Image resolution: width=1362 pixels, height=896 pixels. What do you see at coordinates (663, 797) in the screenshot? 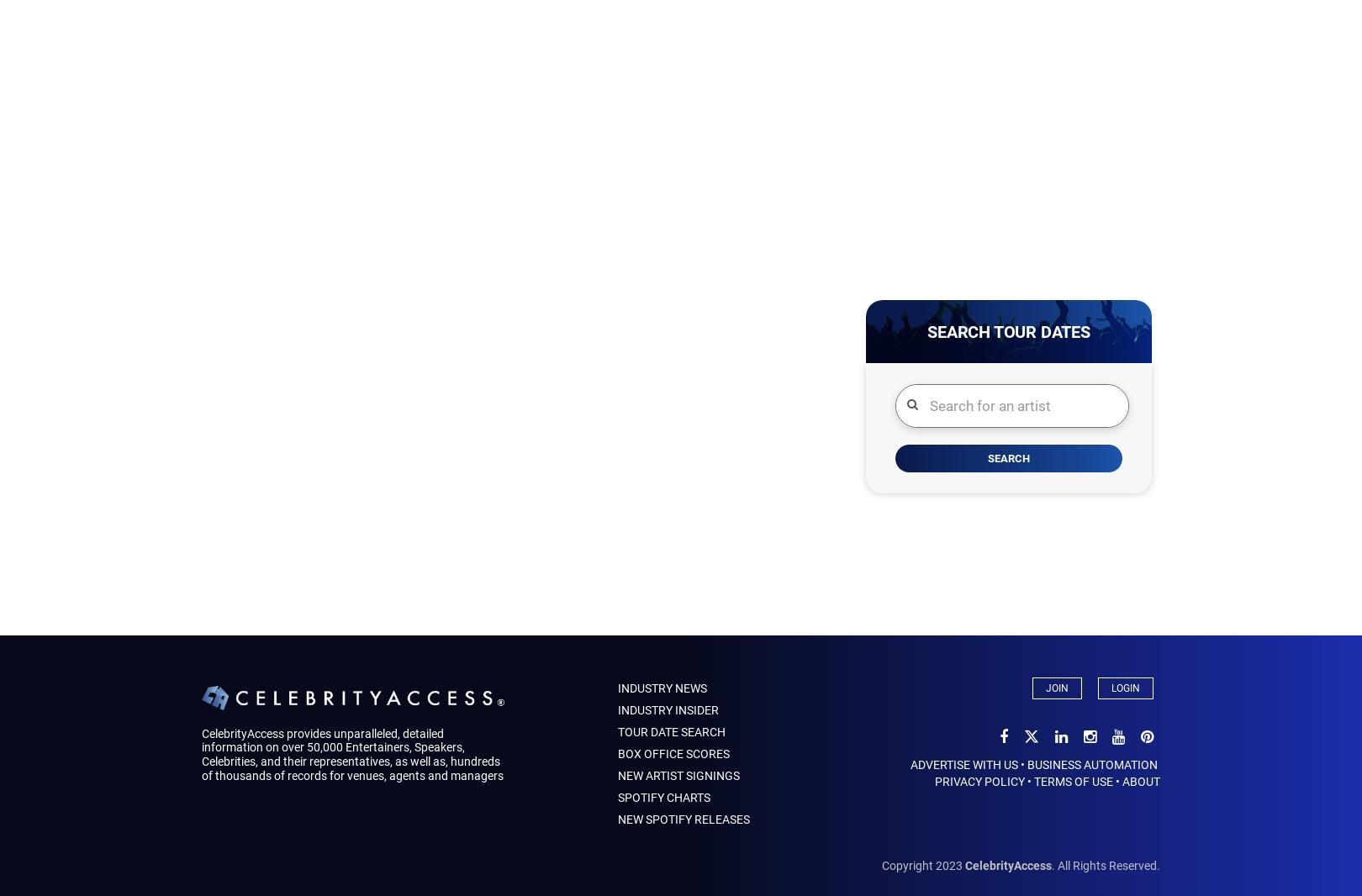
I see `'Spotify Charts'` at bounding box center [663, 797].